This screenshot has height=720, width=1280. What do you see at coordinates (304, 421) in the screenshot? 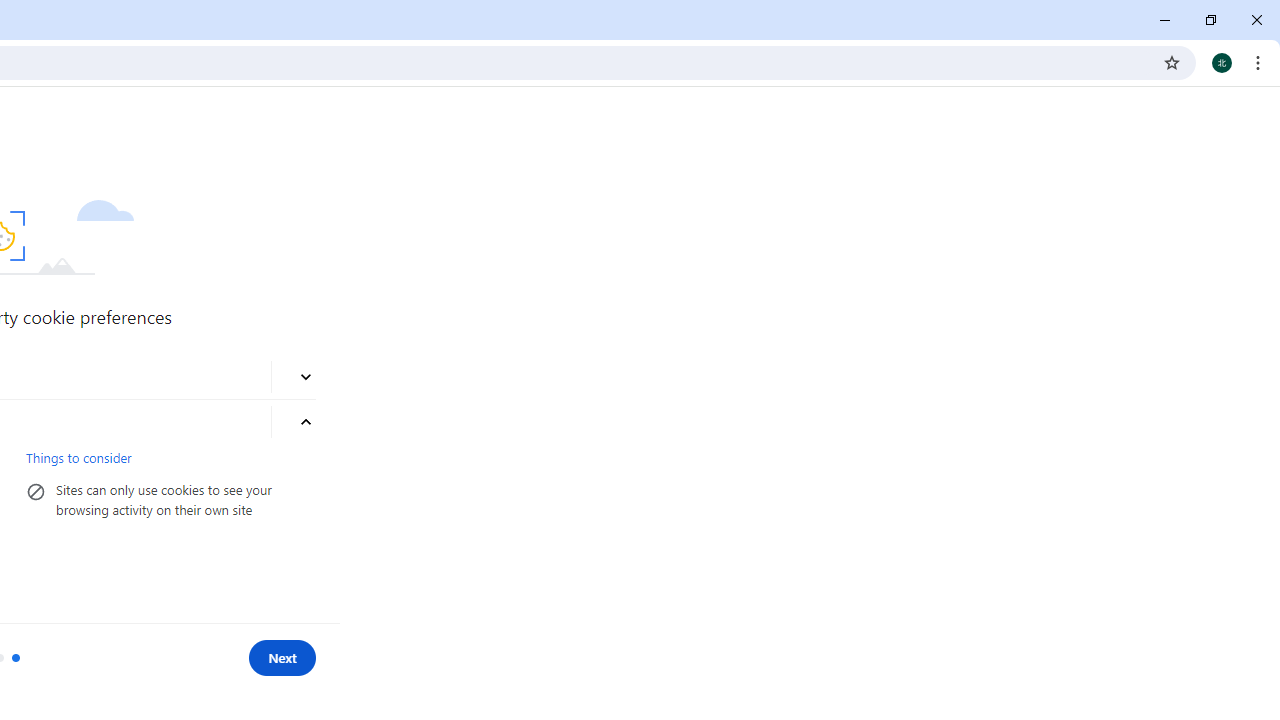
I see `'More about blocking third-party cookies'` at bounding box center [304, 421].